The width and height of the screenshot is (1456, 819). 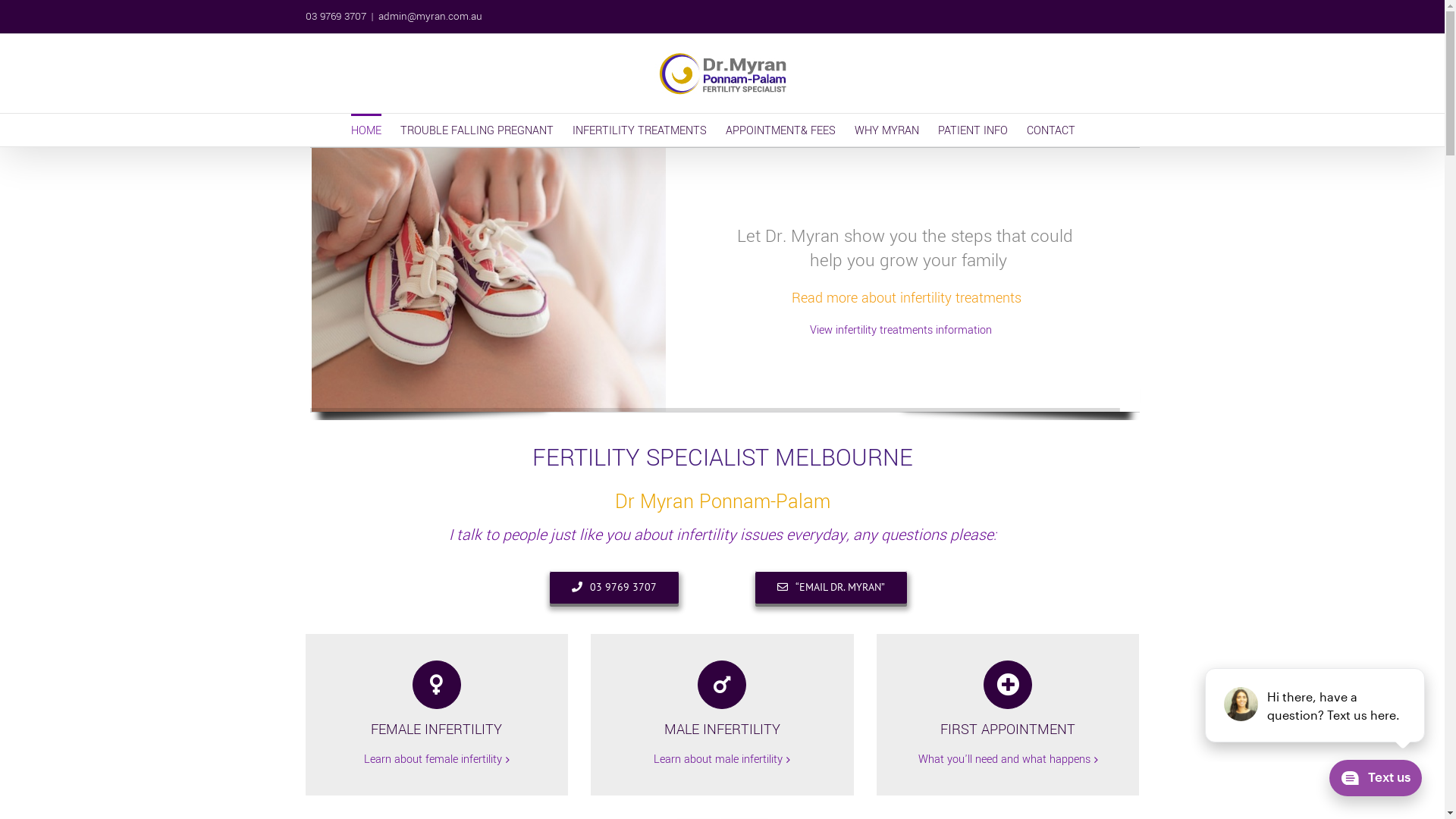 I want to click on 'admin@myran.com.au', so click(x=378, y=16).